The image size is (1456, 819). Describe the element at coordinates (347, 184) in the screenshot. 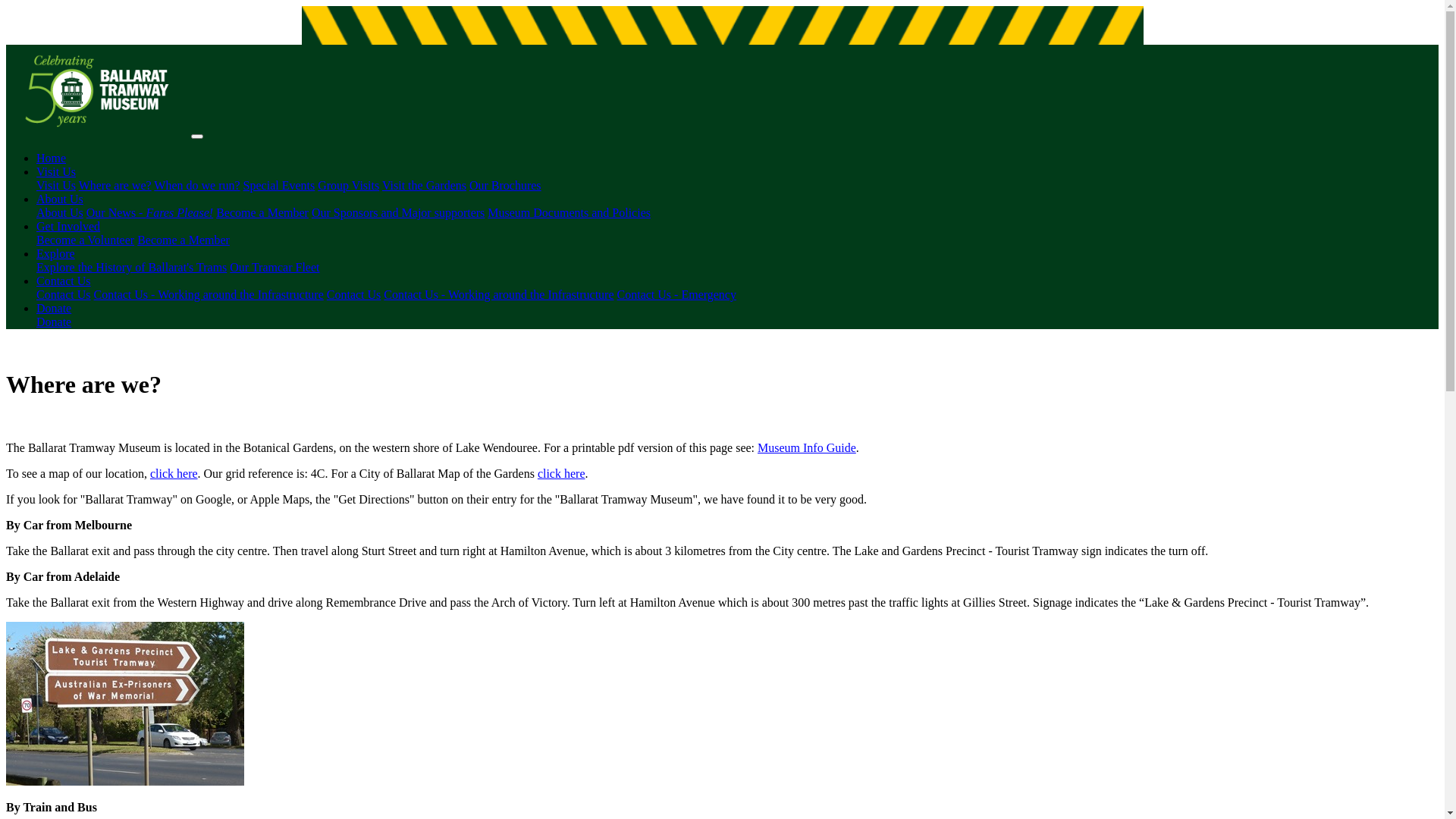

I see `'Group Visits'` at that location.